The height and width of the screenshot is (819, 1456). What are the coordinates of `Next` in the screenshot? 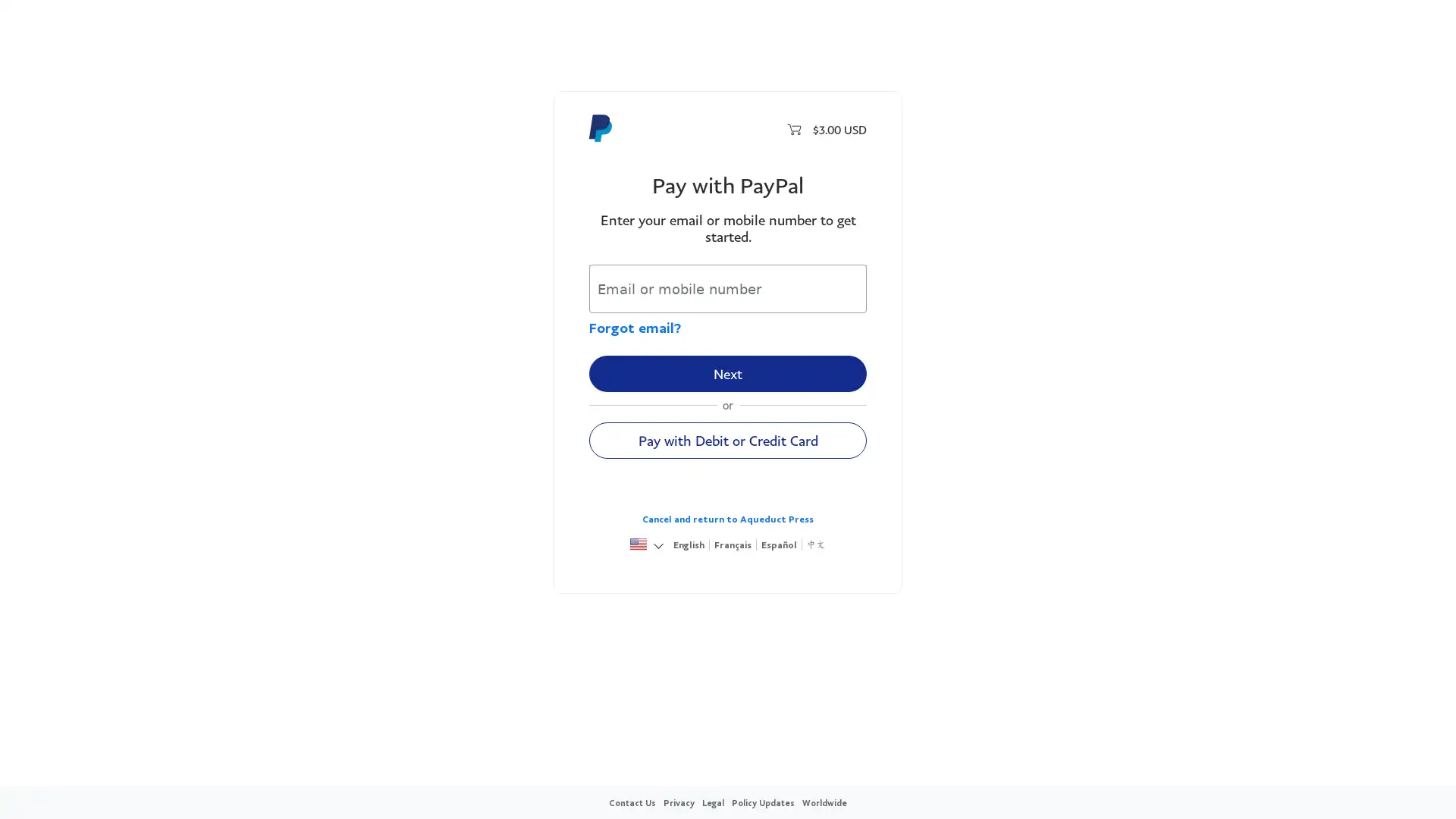 It's located at (728, 374).